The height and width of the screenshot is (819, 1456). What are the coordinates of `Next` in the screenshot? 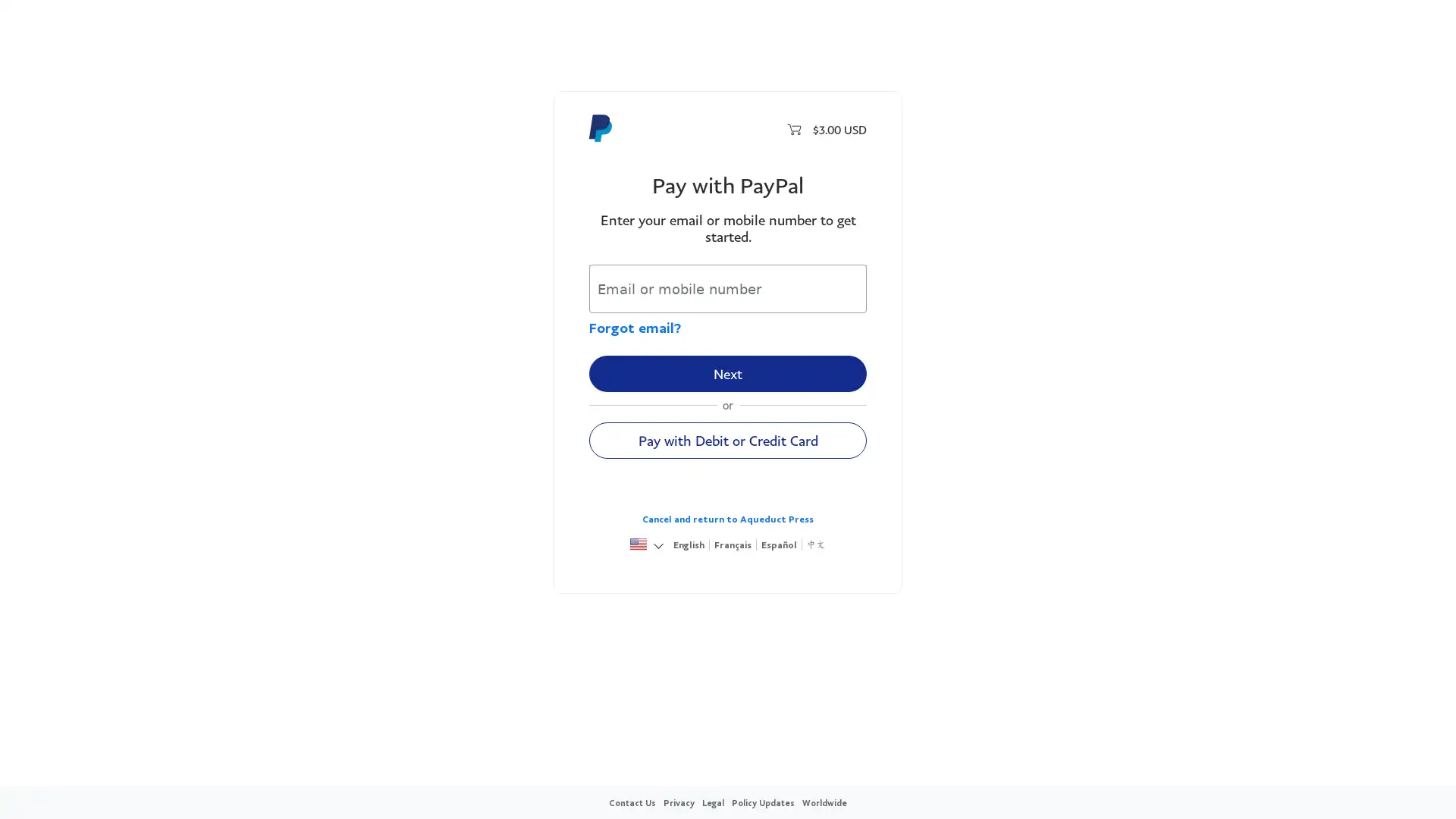 It's located at (728, 374).